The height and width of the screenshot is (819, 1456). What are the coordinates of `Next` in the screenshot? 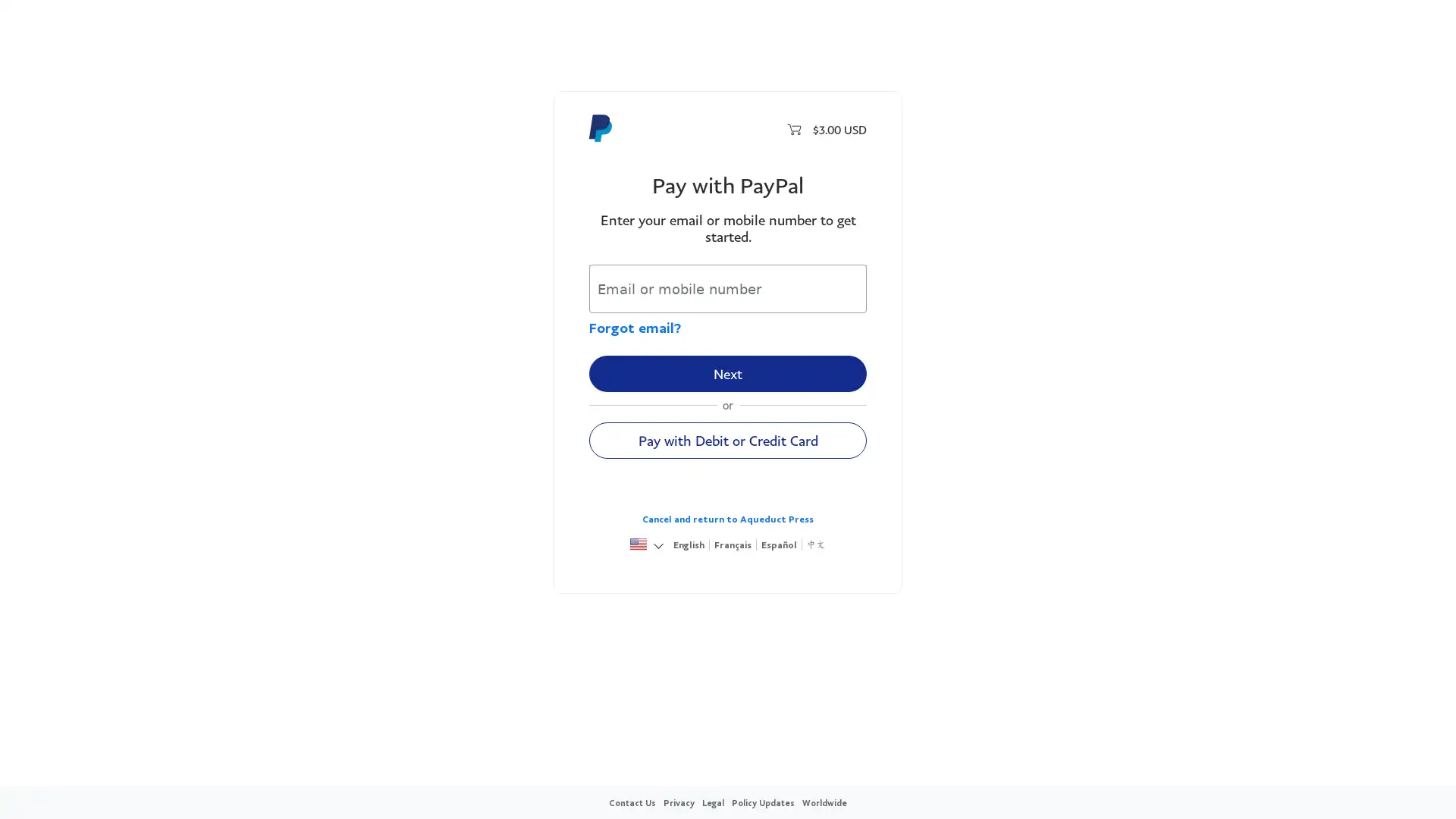 It's located at (728, 374).